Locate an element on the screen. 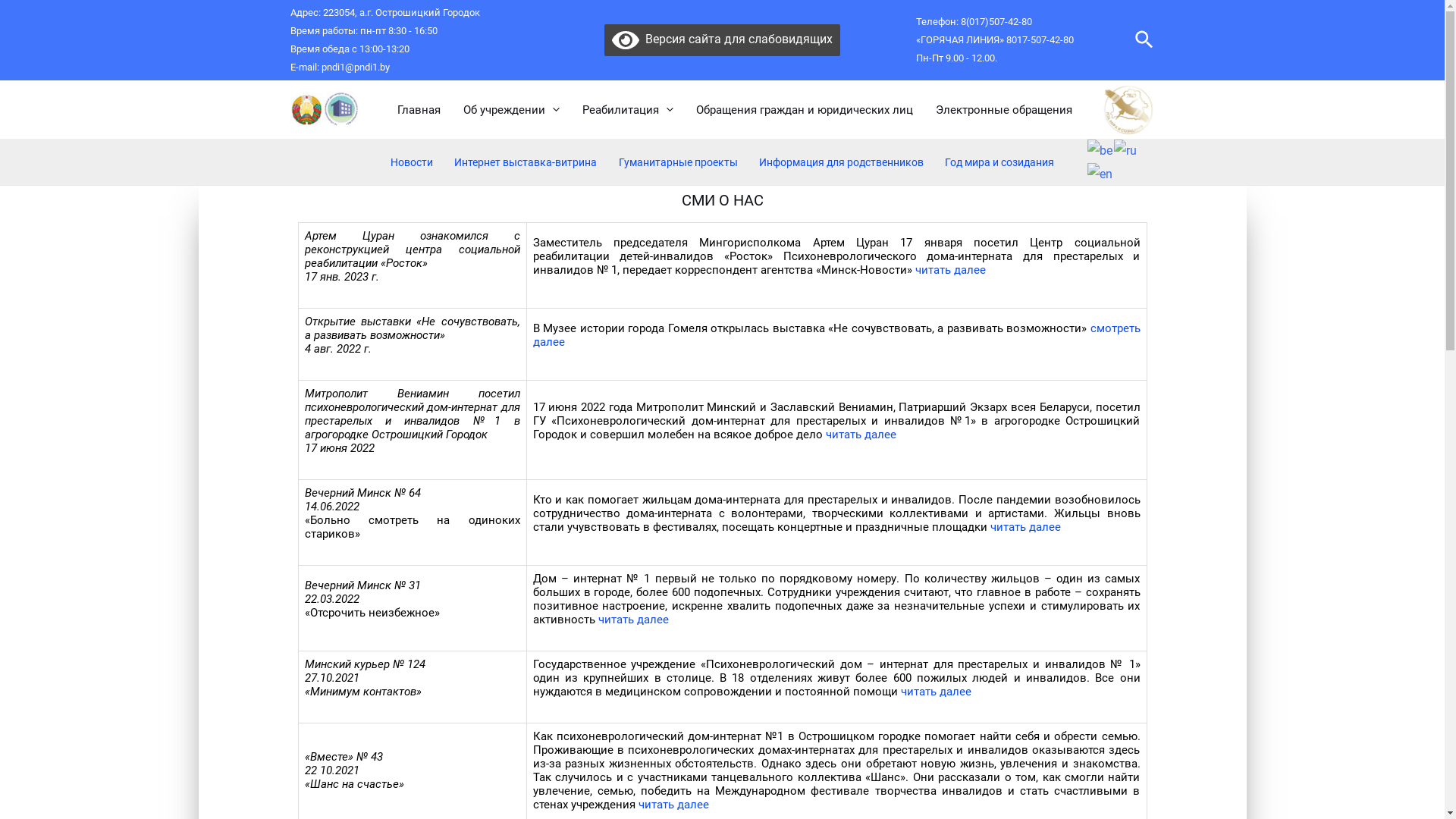 This screenshot has width=1456, height=819. 'Russian' is located at coordinates (1125, 149).